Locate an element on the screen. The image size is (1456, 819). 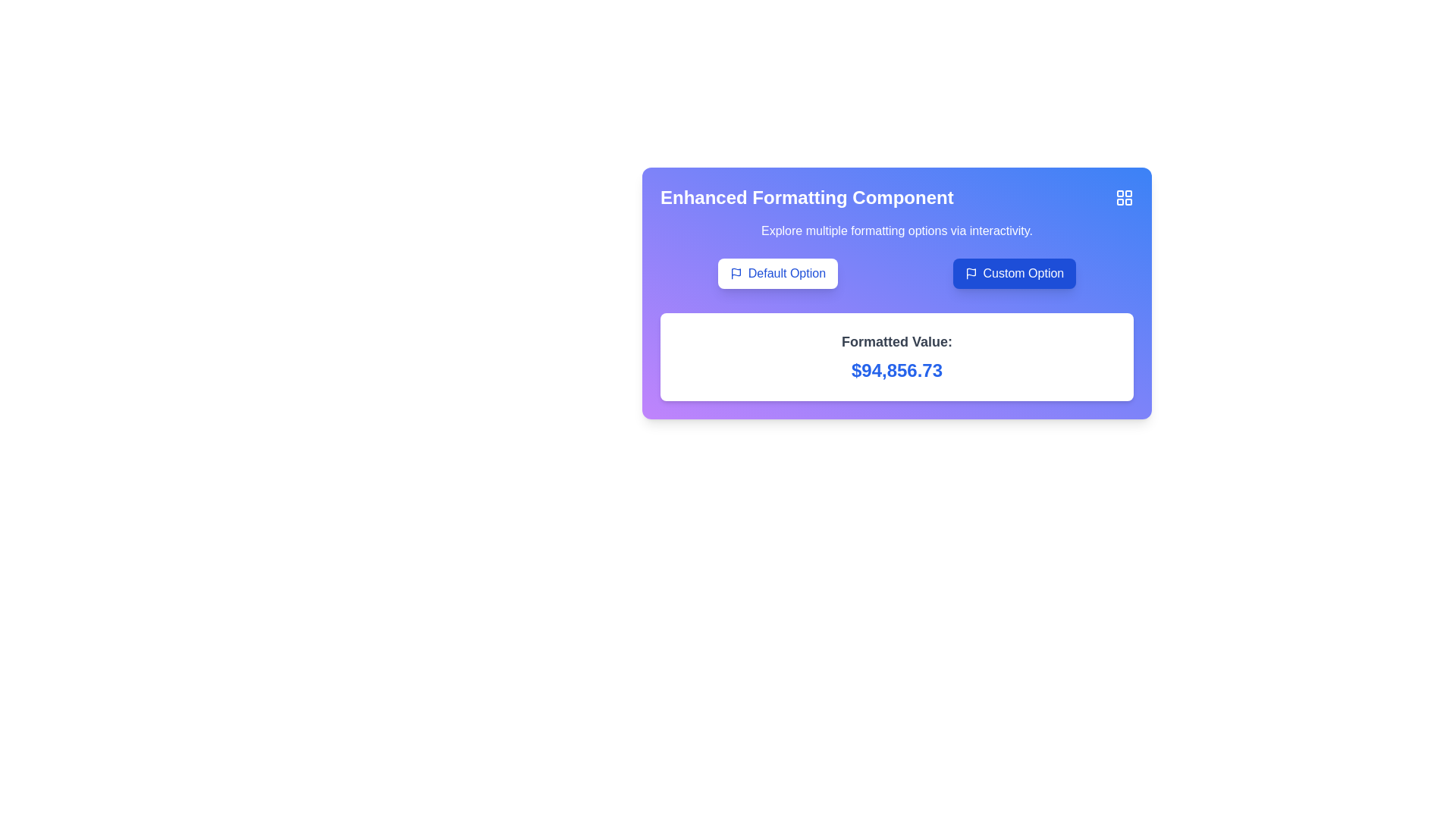
the static text displaying the monetary value '$94,856.73', which is bold and blue, located beneath the label 'Formatted Value' is located at coordinates (896, 371).